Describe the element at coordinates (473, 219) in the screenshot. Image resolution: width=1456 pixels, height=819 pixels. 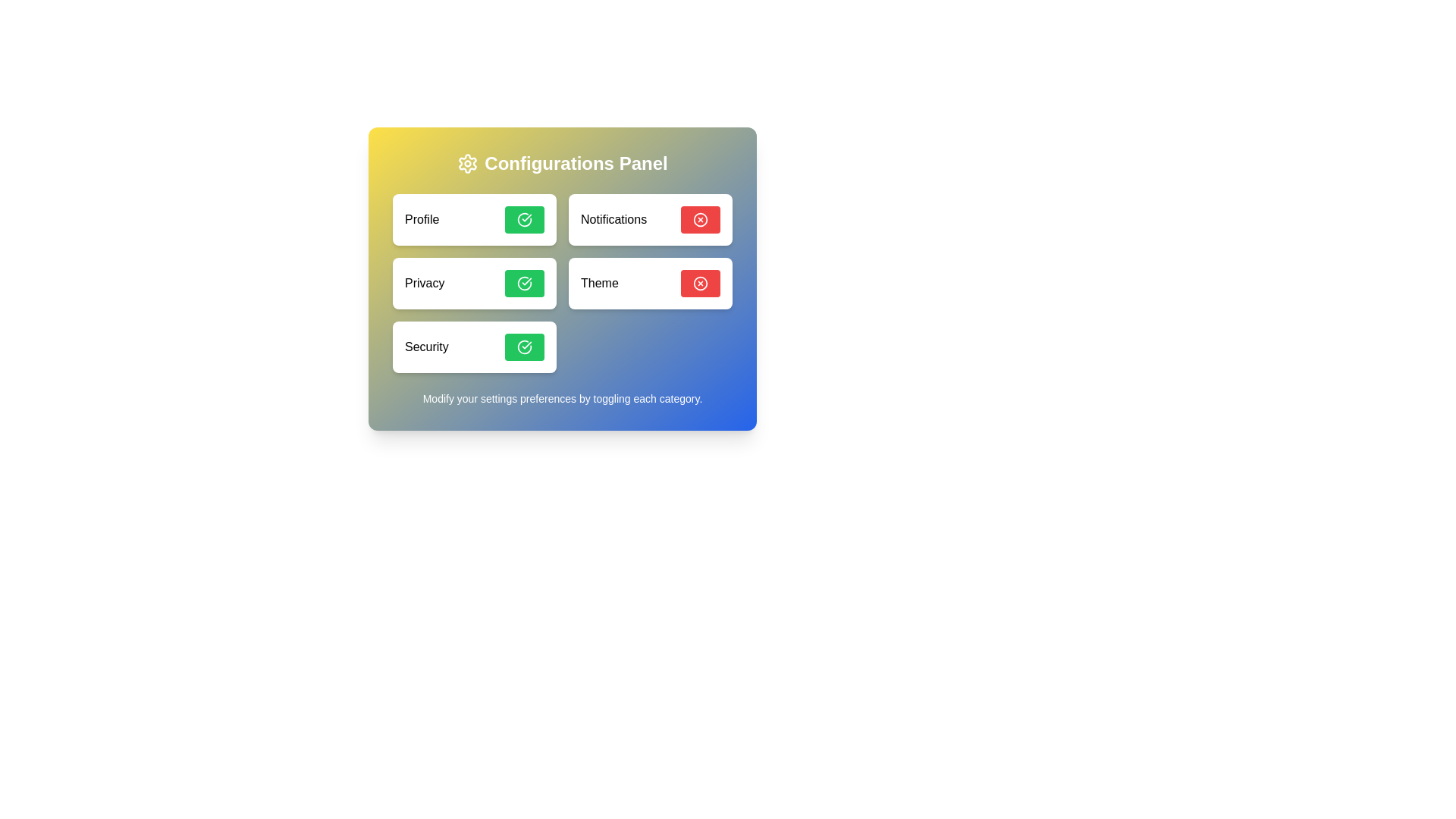
I see `the 'Profile' interactive card in the configuration panel` at that location.